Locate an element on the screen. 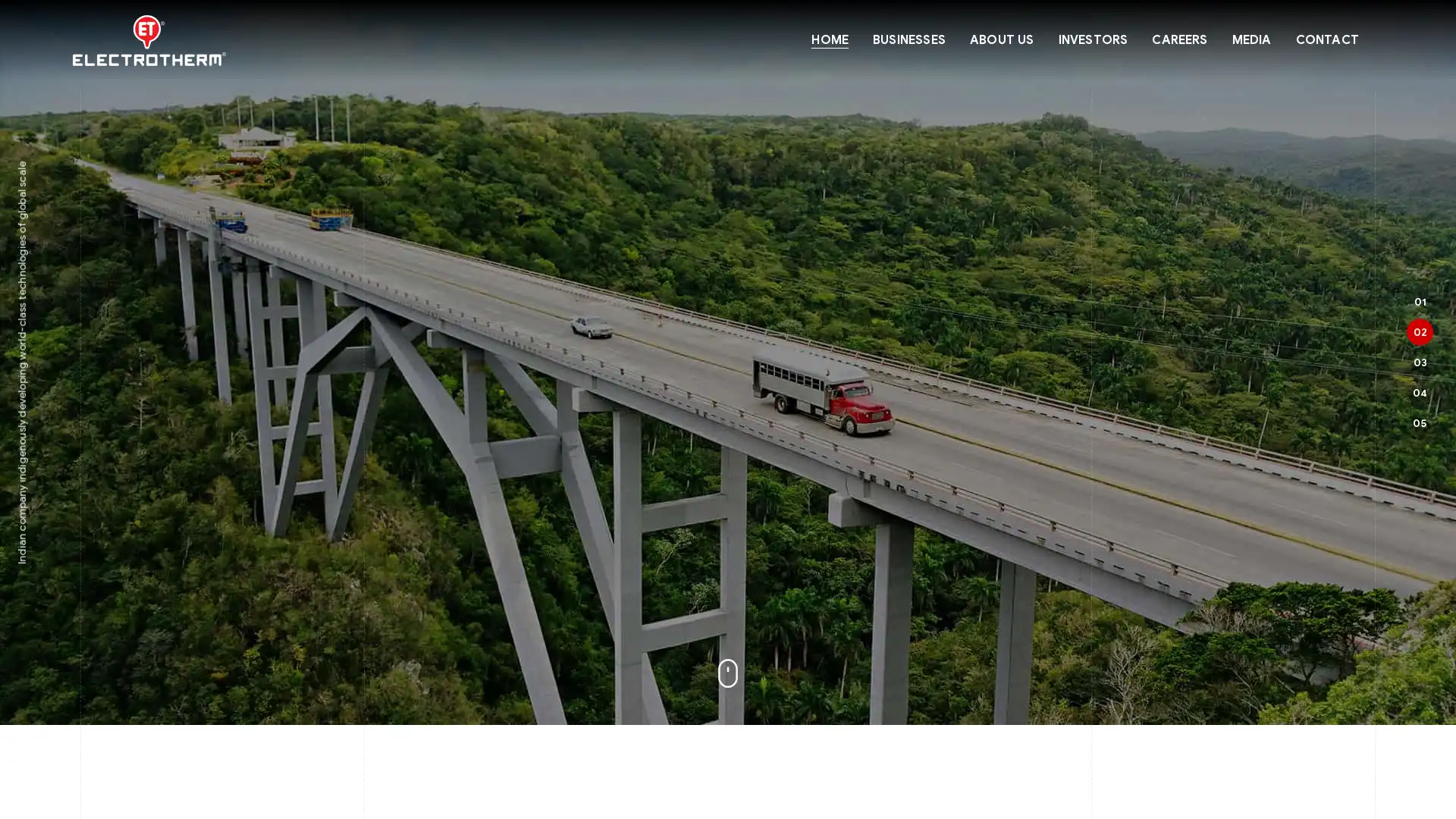 This screenshot has width=1456, height=819. Mouse Image is located at coordinates (726, 672).